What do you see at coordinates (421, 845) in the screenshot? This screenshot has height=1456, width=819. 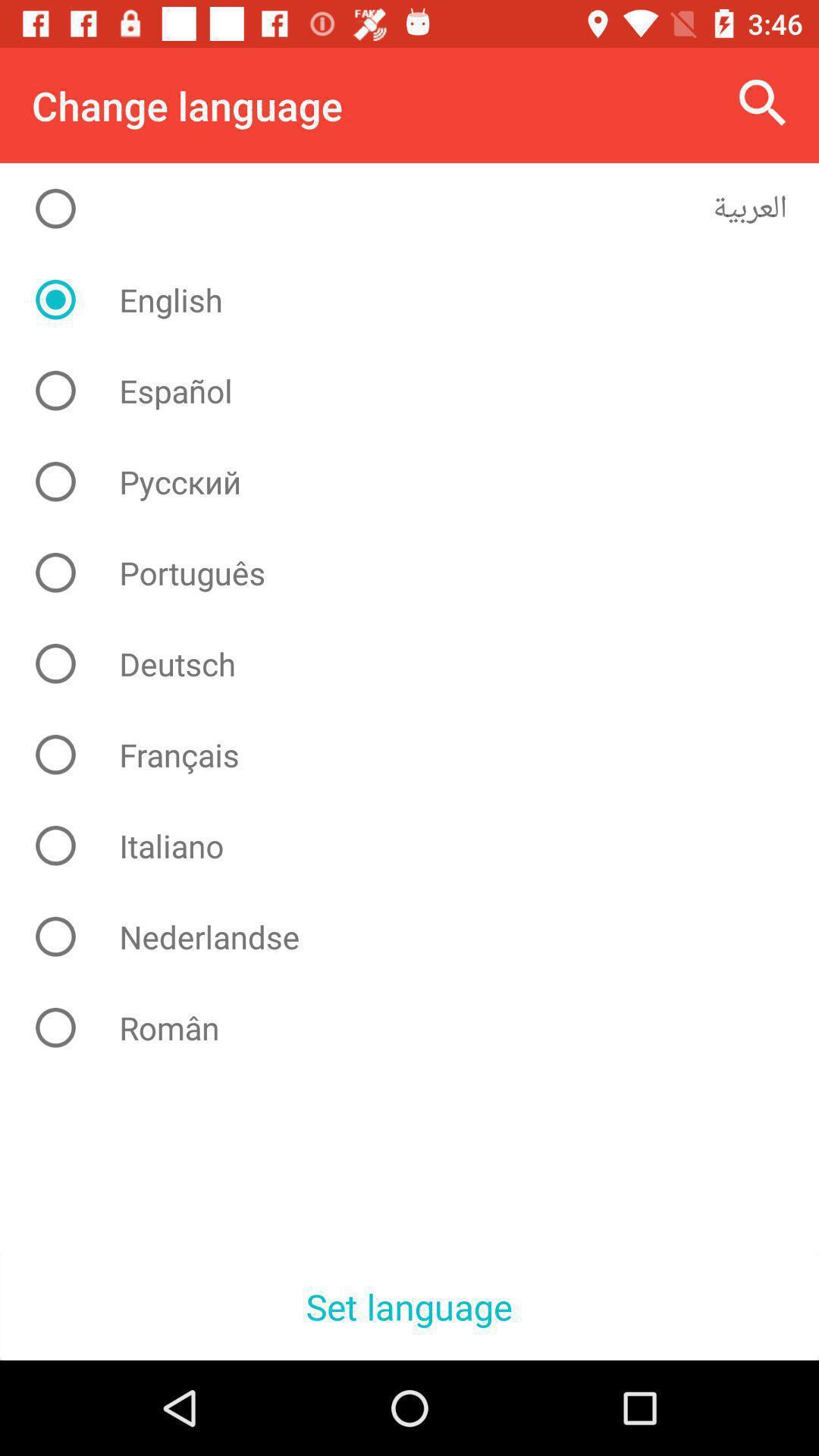 I see `the item above nederlandse` at bounding box center [421, 845].